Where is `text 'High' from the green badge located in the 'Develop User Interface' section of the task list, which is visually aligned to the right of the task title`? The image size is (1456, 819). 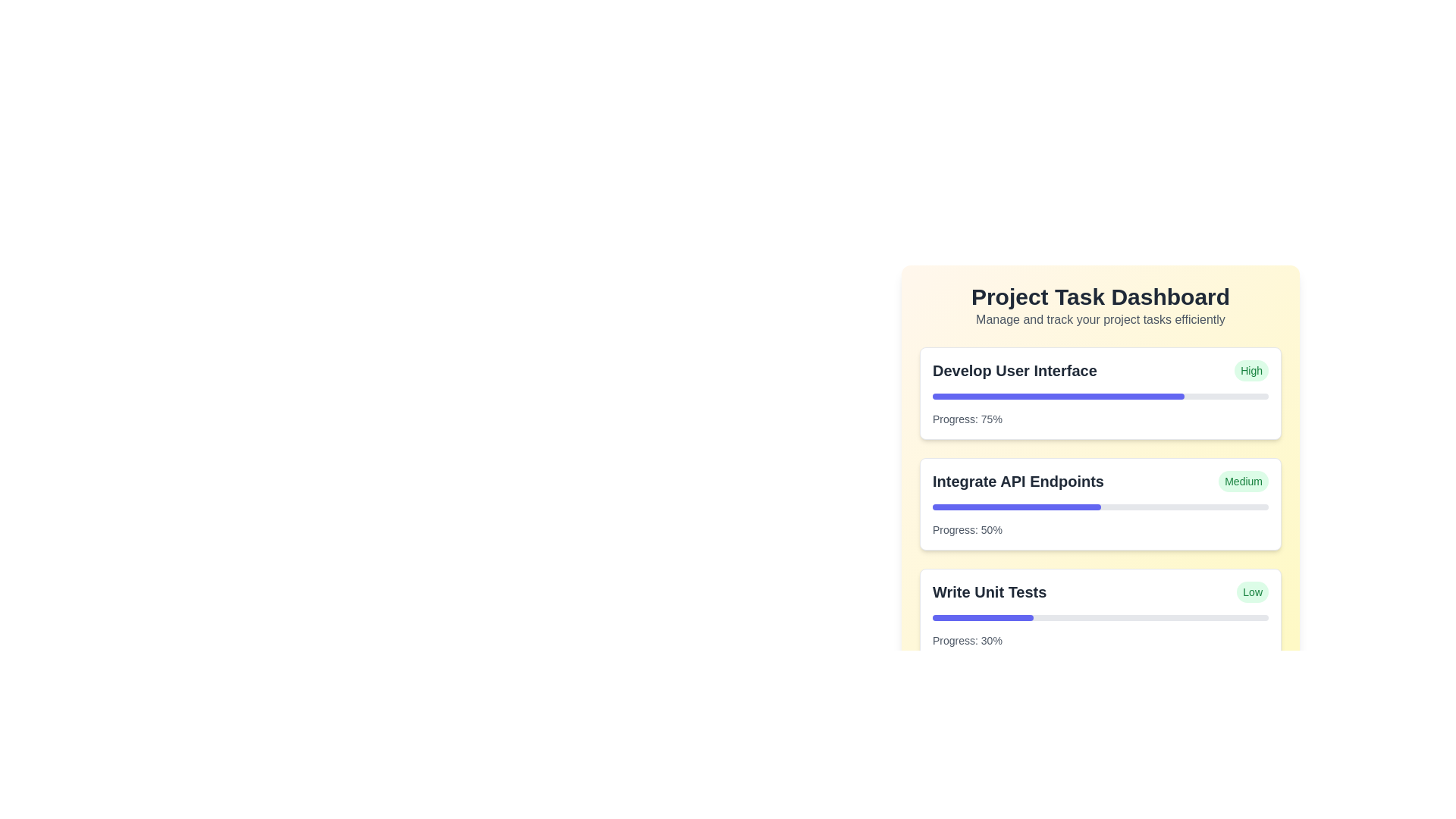
text 'High' from the green badge located in the 'Develop User Interface' section of the task list, which is visually aligned to the right of the task title is located at coordinates (1251, 371).